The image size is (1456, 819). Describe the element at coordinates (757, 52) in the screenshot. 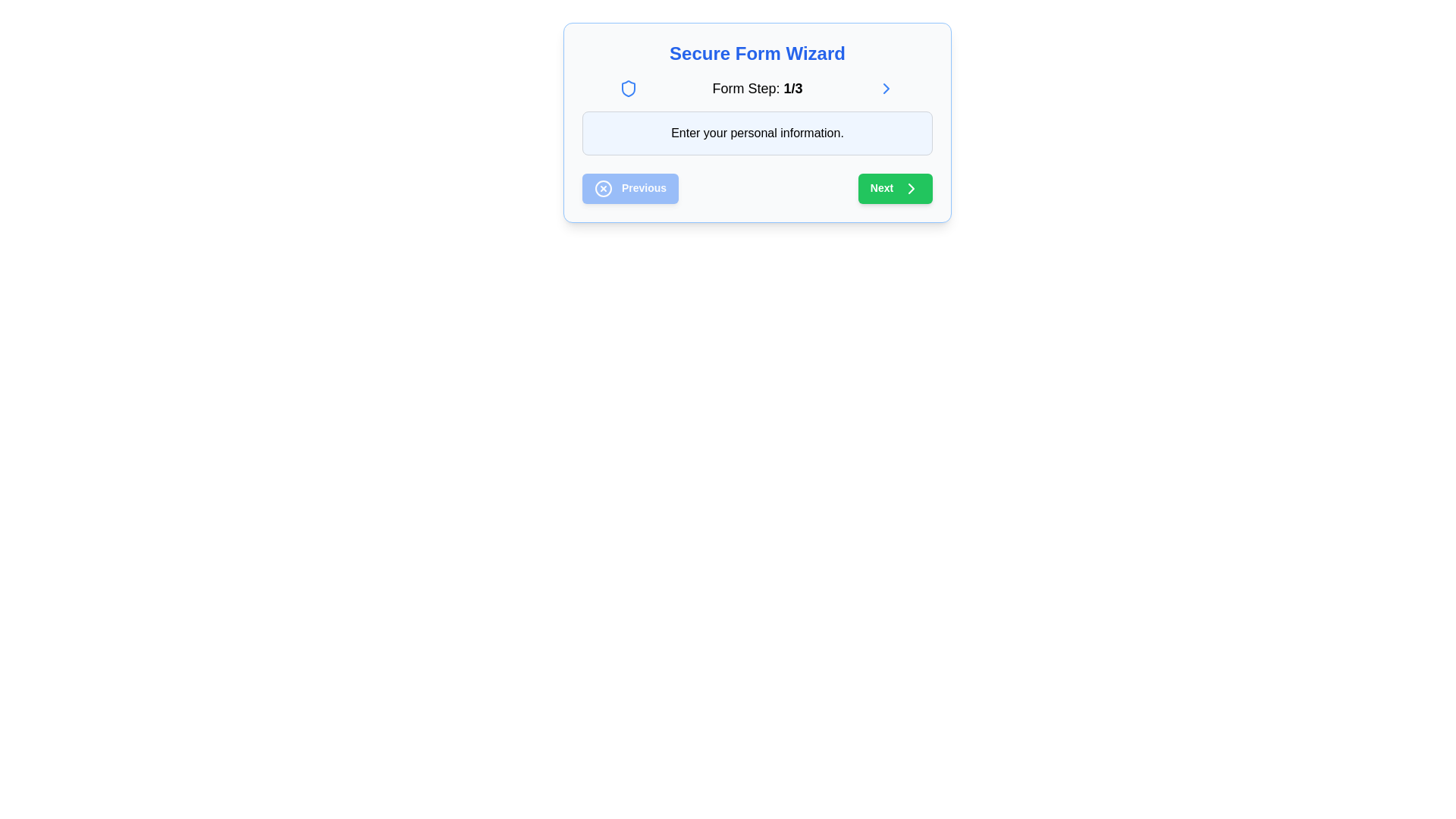

I see `the non-interactive text header element displaying 'Secure Form Wizard' at the top of the form` at that location.